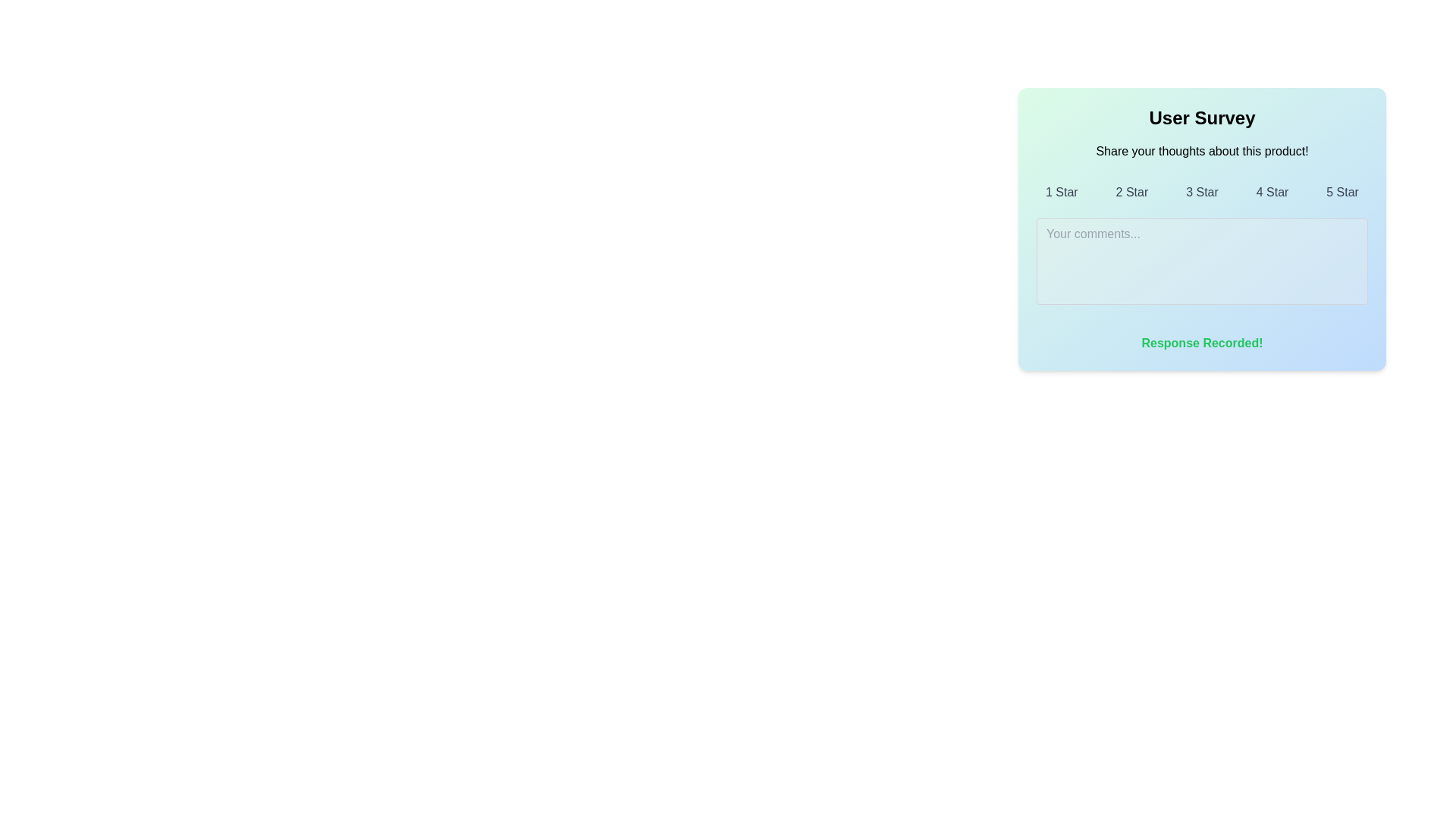 The height and width of the screenshot is (819, 1456). What do you see at coordinates (1272, 192) in the screenshot?
I see `the '4 Star' button` at bounding box center [1272, 192].